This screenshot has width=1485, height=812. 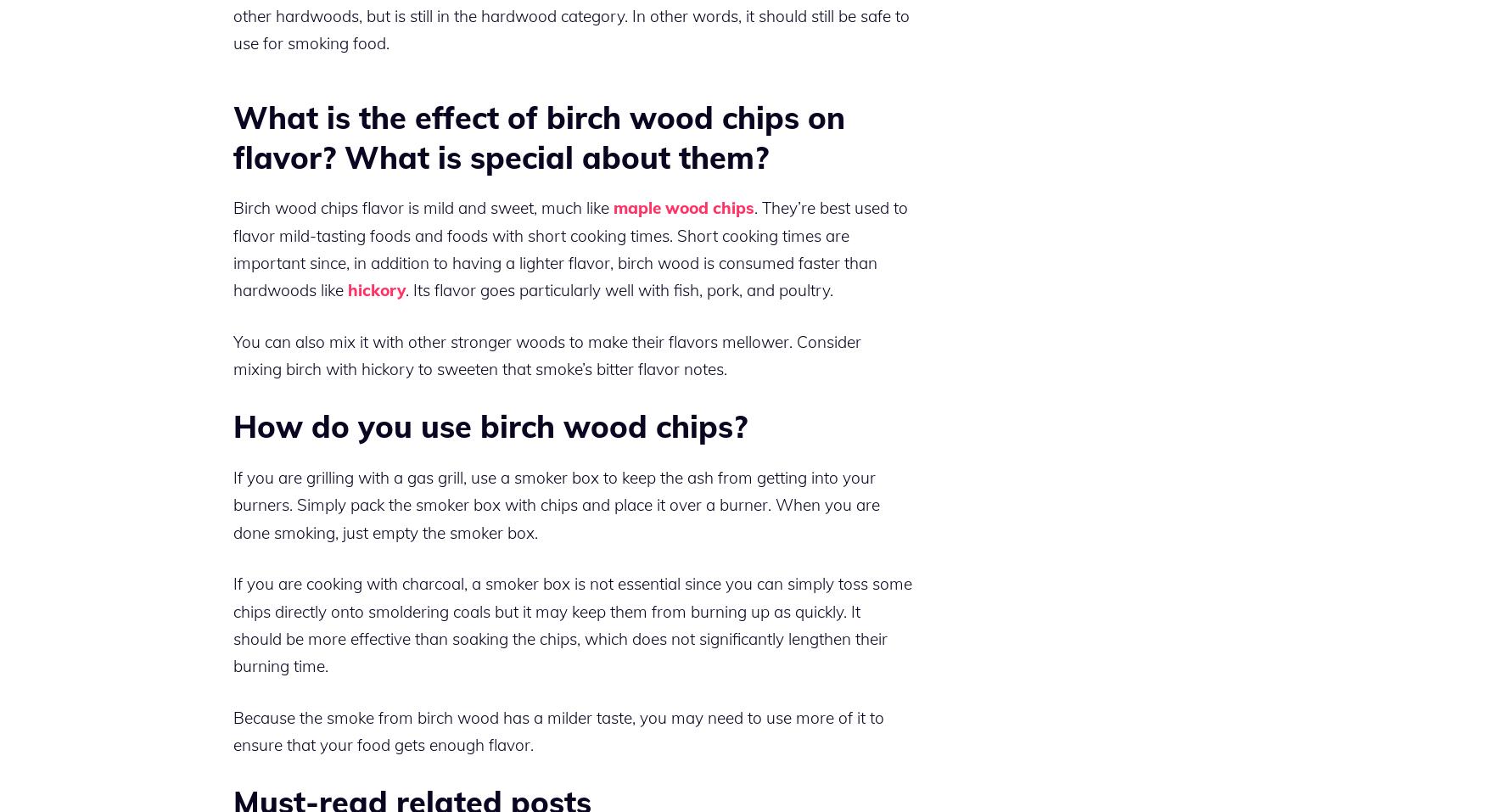 I want to click on 'You can also mix it with other stronger woods to make their flavors mellower. Consider mixing birch with hickory to sweeten that smoke’s bitter flavor notes.', so click(x=546, y=354).